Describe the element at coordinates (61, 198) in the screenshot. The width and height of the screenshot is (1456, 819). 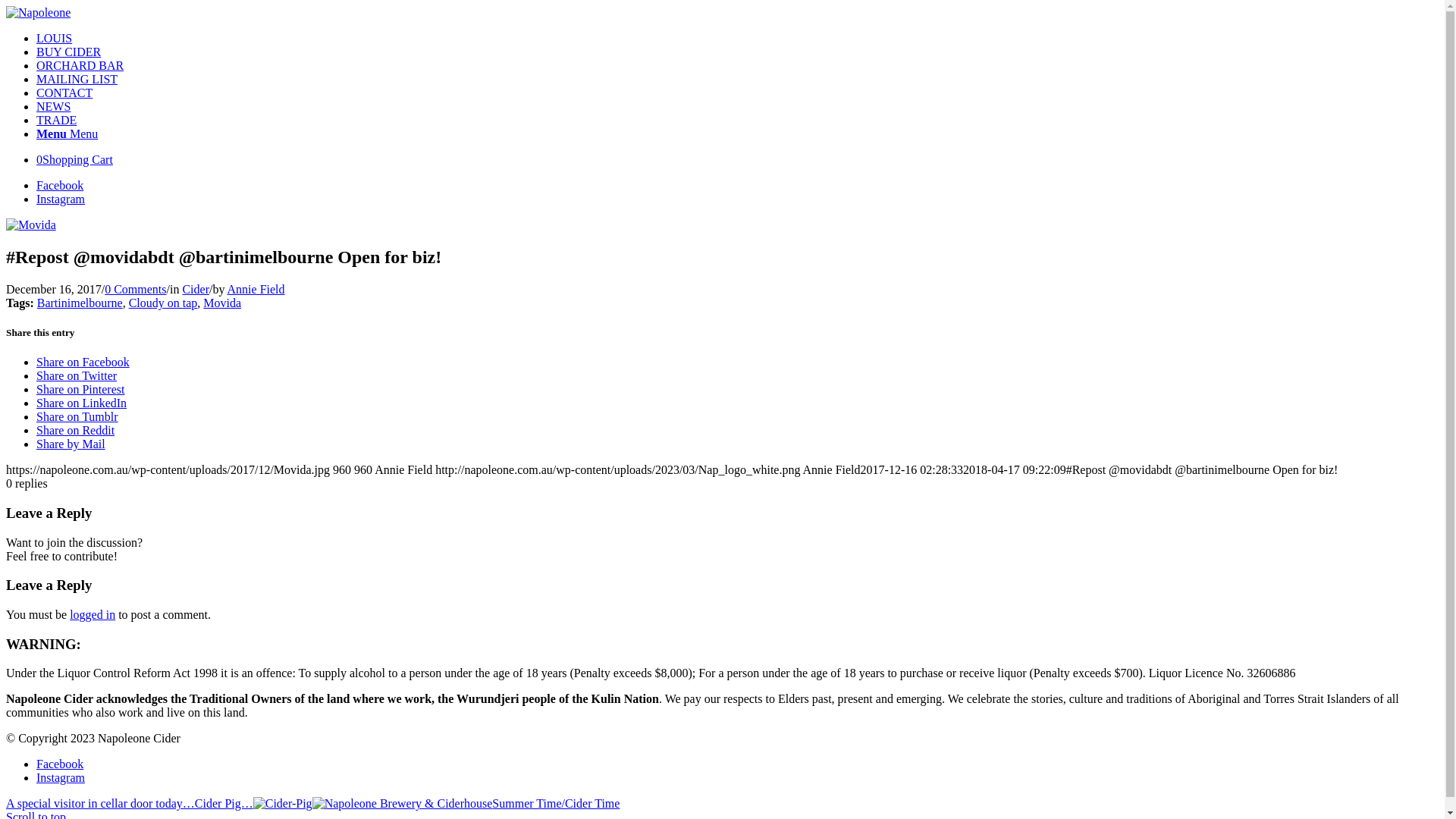
I see `'Instagram'` at that location.